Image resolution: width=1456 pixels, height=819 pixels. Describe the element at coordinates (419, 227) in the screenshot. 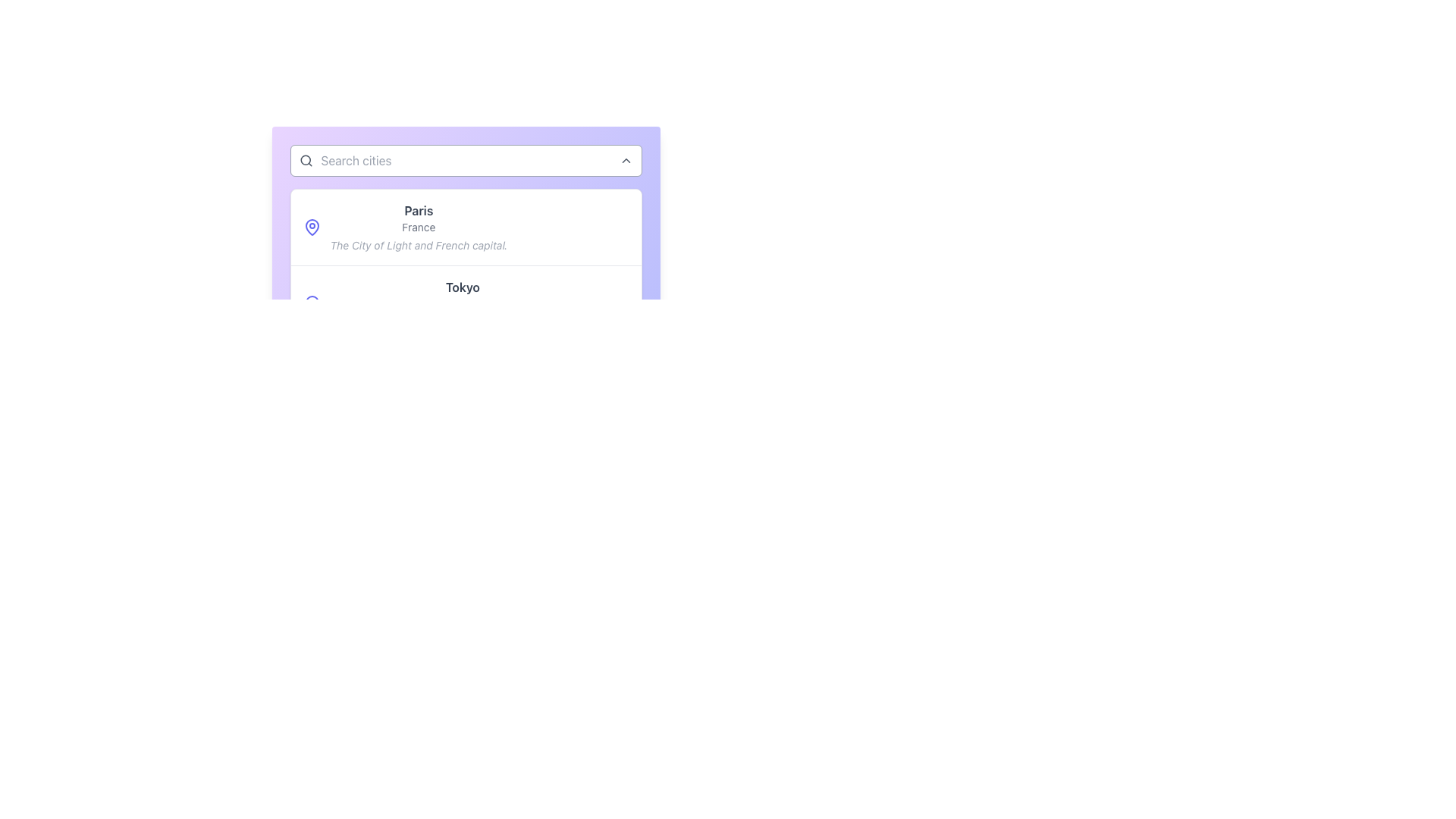

I see `the text label displaying 'France' which is styled in a smaller gray font and located beneath 'Paris' in the city selection interface` at that location.